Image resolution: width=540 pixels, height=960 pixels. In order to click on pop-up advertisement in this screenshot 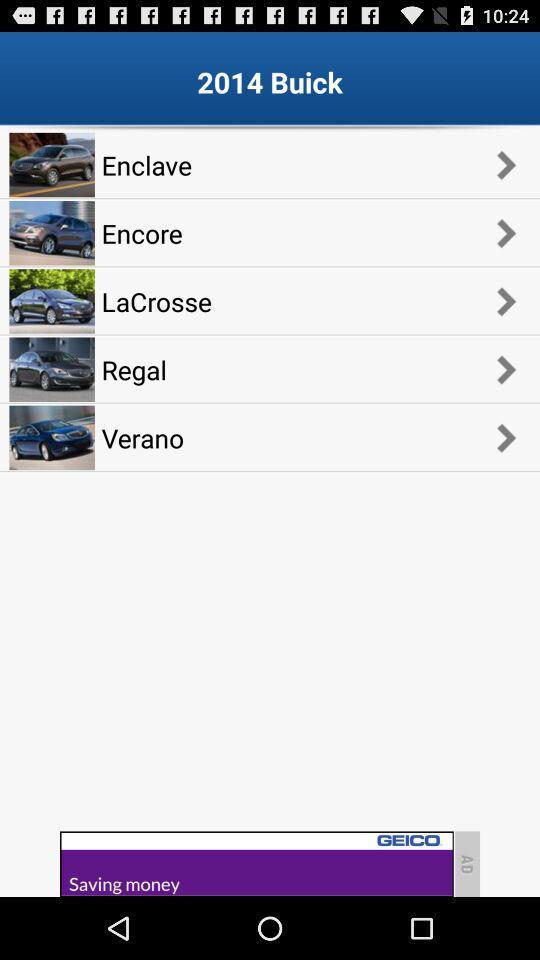, I will do `click(256, 863)`.